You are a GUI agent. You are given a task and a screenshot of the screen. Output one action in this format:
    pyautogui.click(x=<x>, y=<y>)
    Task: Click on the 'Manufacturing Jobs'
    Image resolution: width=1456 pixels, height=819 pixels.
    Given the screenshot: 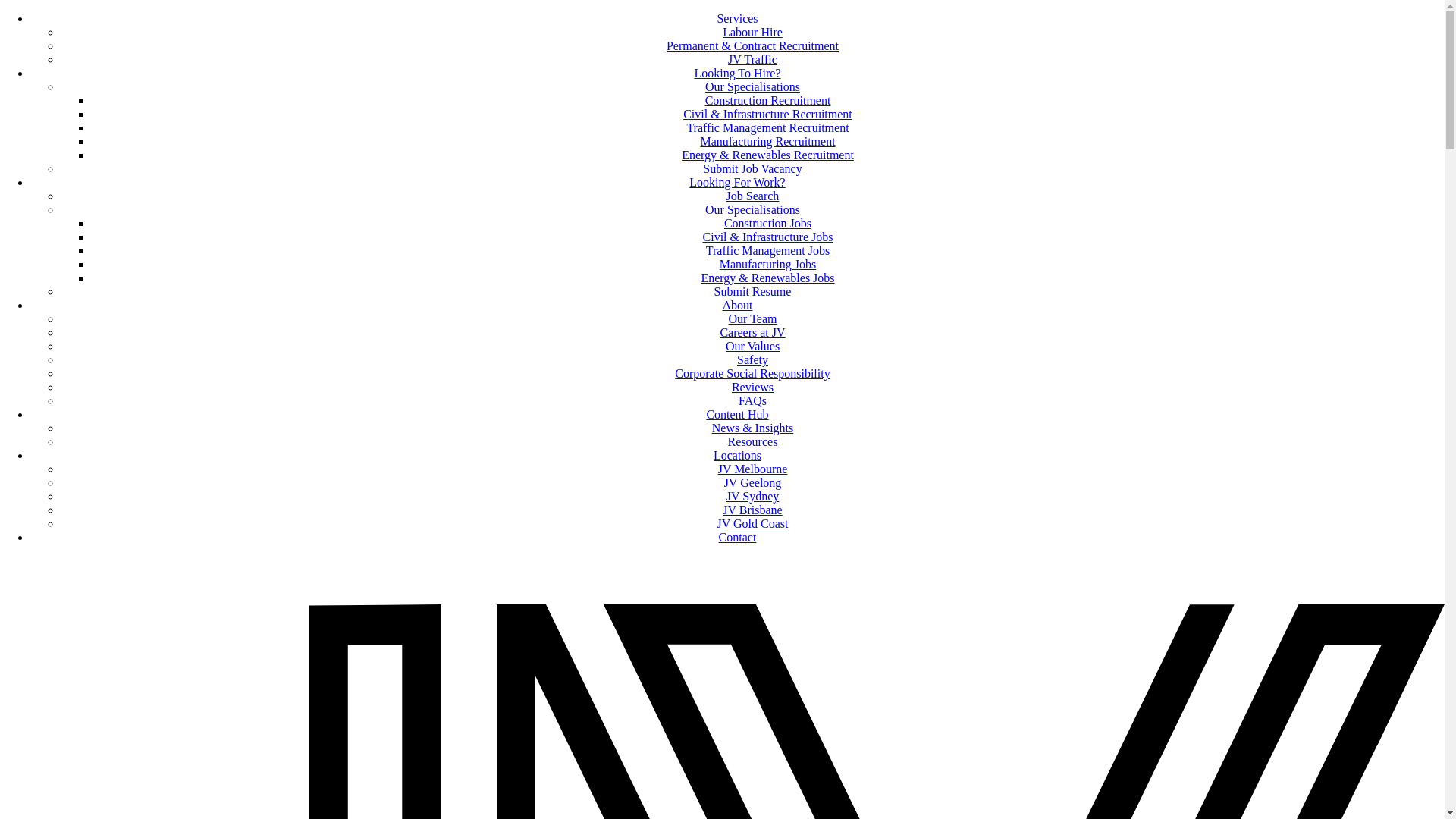 What is the action you would take?
    pyautogui.click(x=767, y=263)
    